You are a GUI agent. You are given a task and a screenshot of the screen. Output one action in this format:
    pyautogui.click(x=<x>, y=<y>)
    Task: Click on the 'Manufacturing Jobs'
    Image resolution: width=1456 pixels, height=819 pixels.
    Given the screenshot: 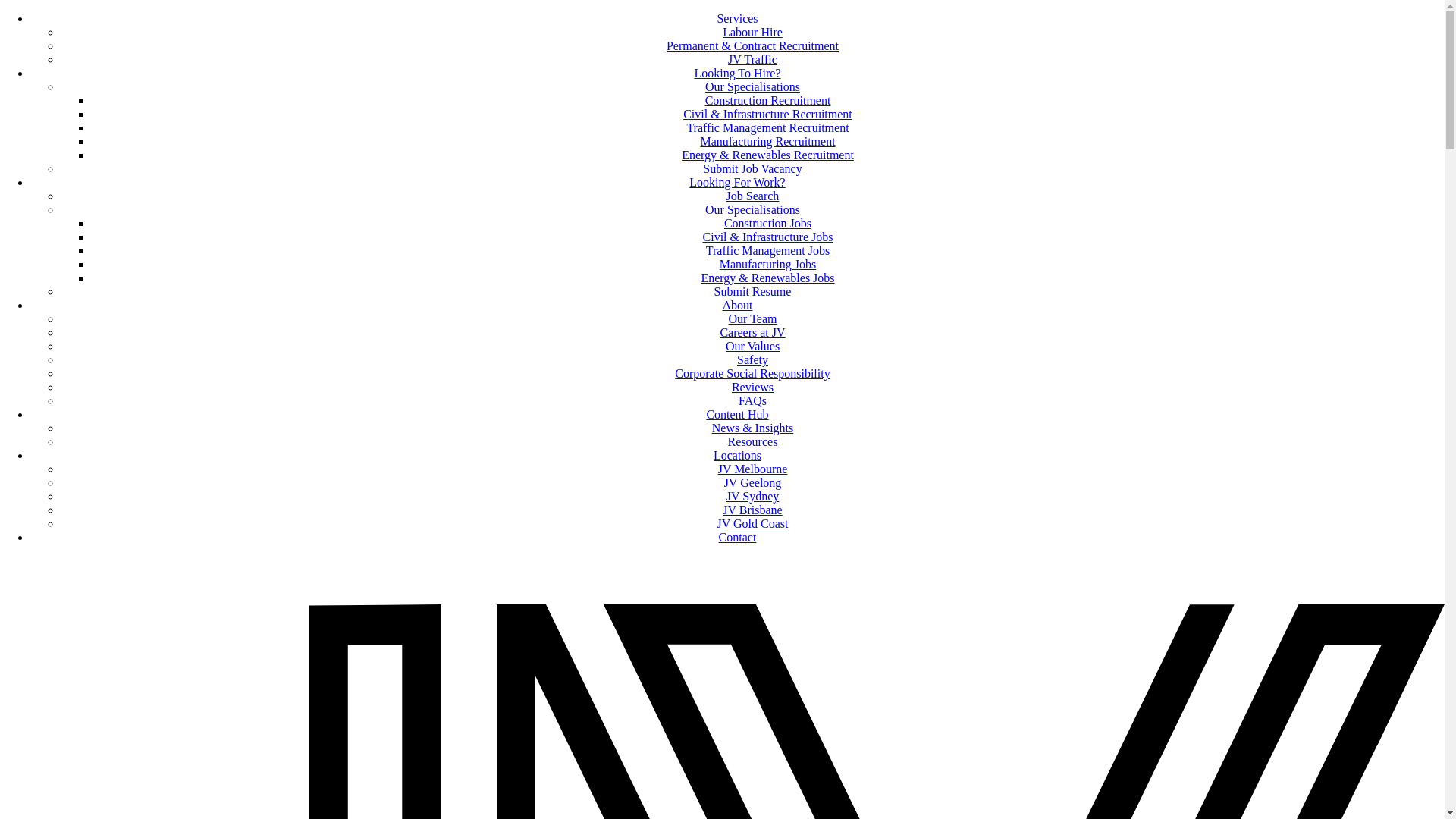 What is the action you would take?
    pyautogui.click(x=767, y=263)
    